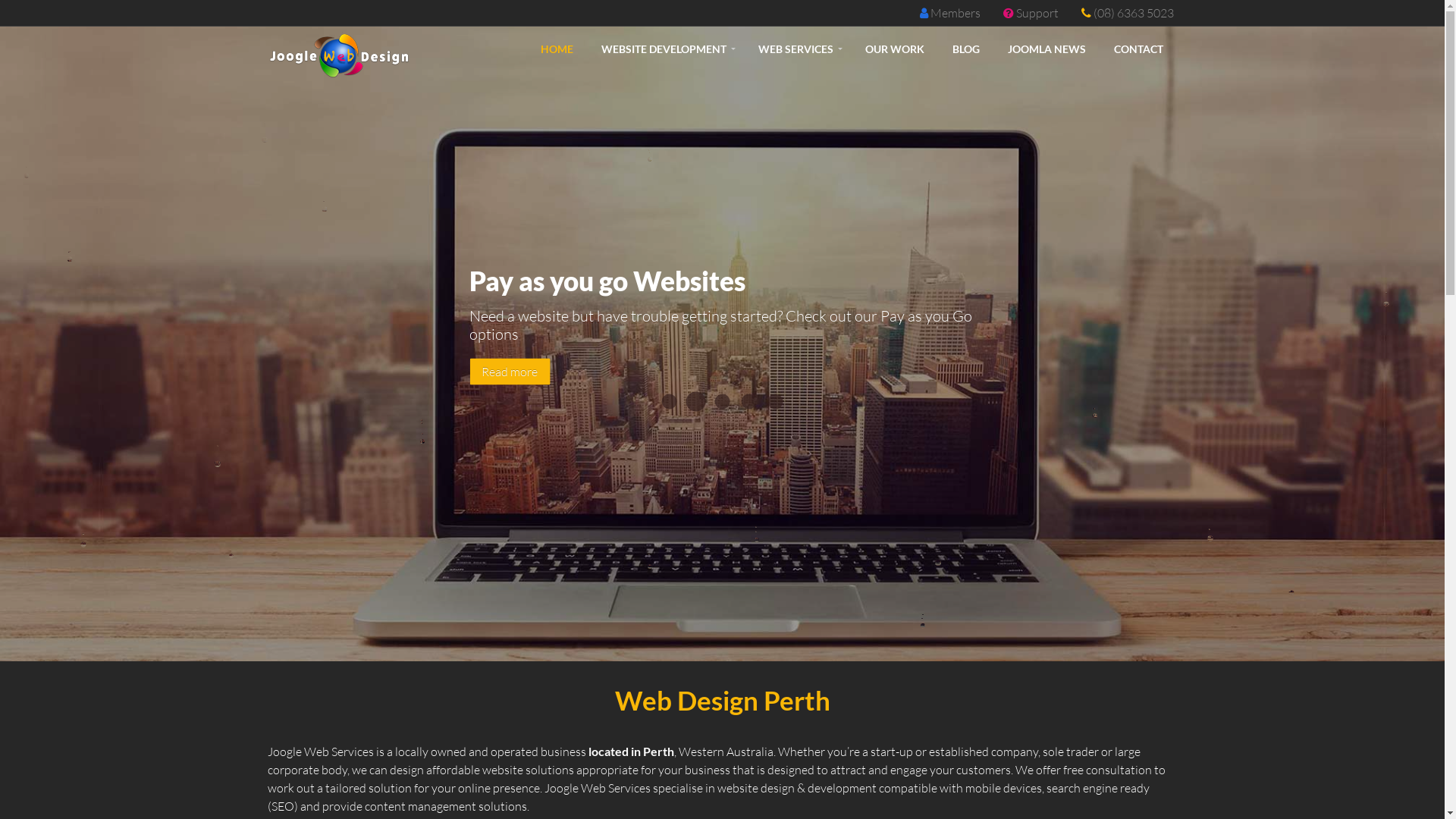 Image resolution: width=1456 pixels, height=819 pixels. Describe the element at coordinates (1045, 49) in the screenshot. I see `'JOOMLA NEWS'` at that location.